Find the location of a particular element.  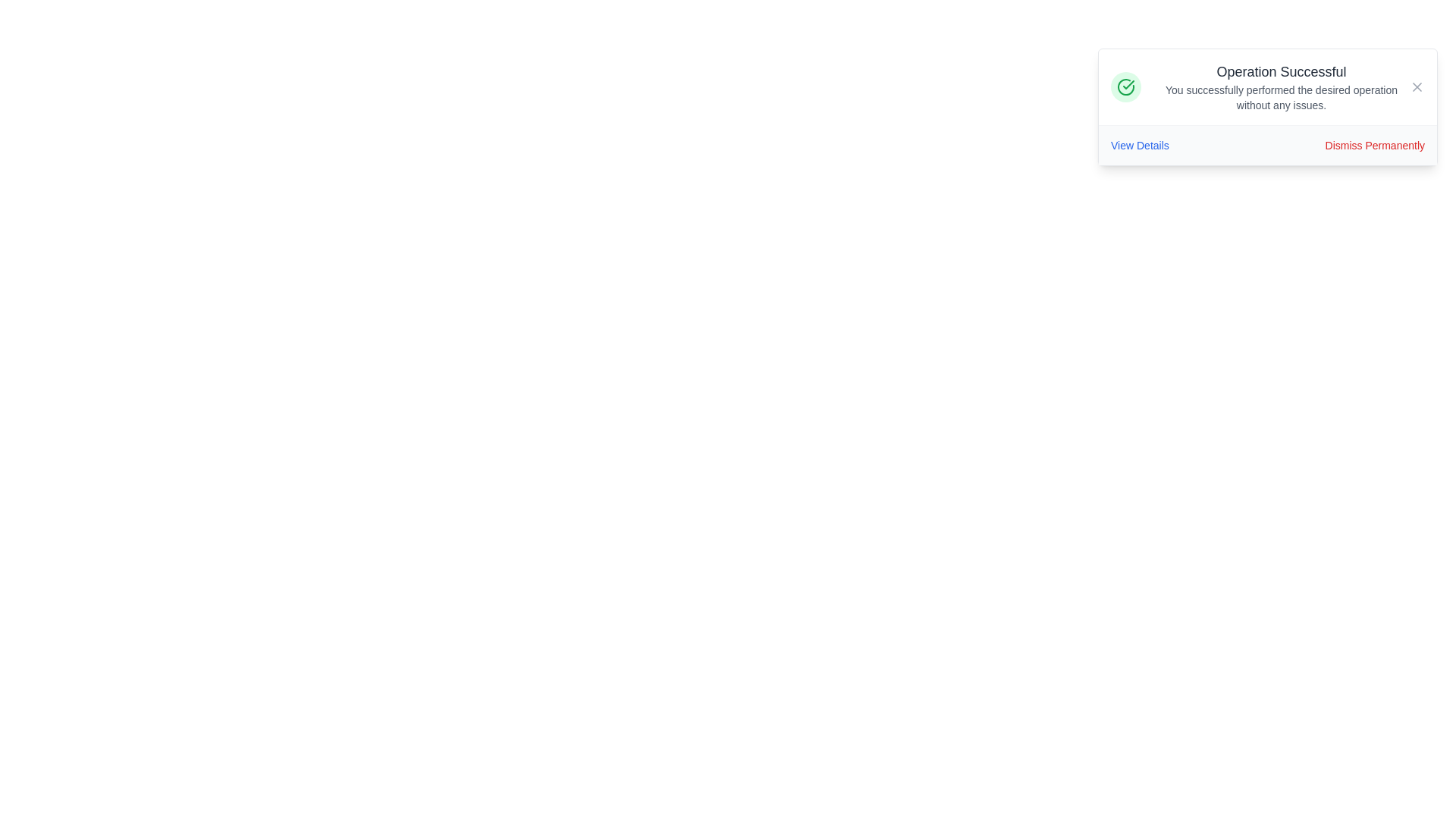

the circular icon with a light green background and a dark green checkmark symbol, located in the upper-right corner of the notification card is located at coordinates (1125, 87).